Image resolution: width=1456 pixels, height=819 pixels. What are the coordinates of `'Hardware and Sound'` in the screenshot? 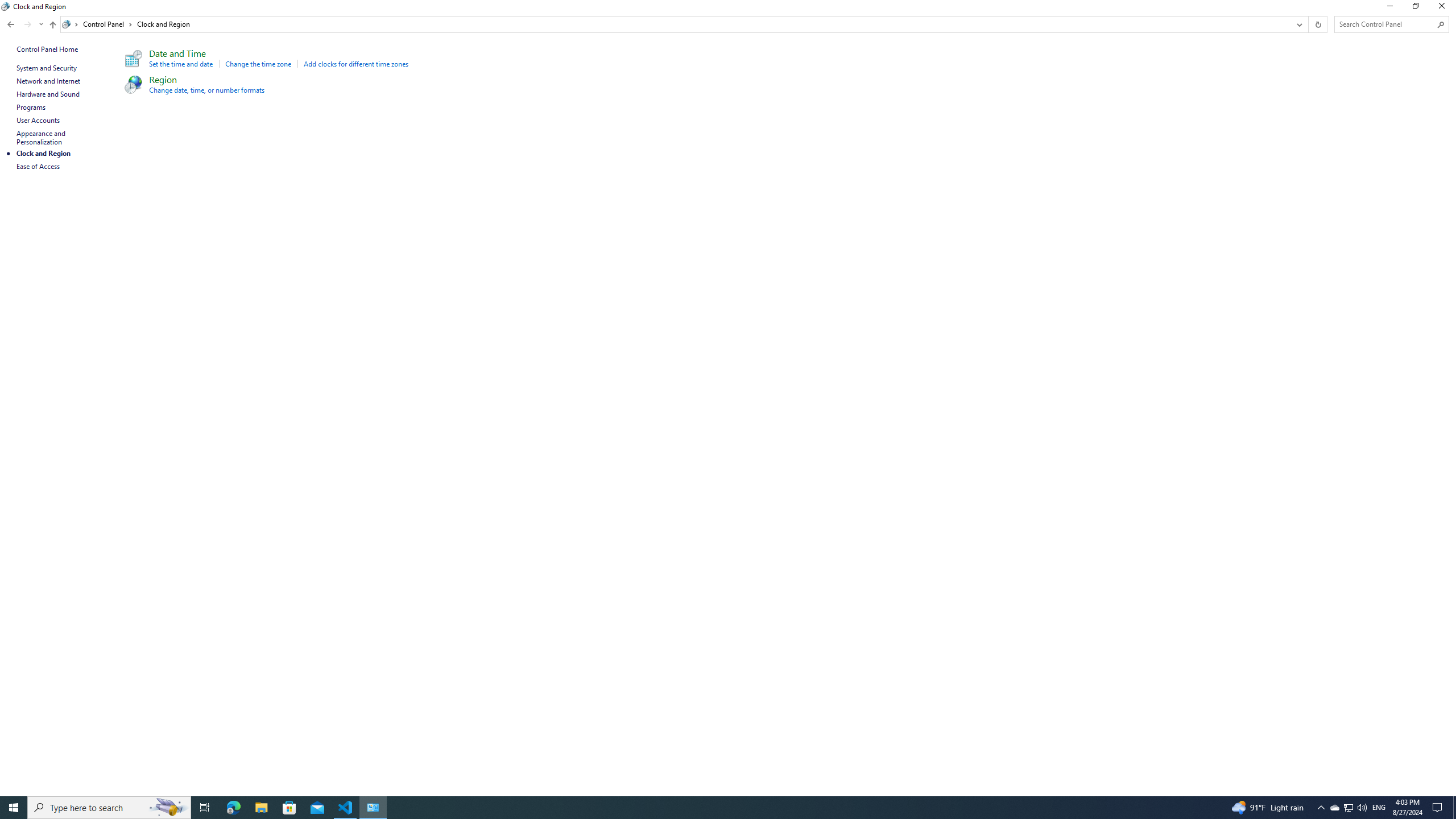 It's located at (47, 93).